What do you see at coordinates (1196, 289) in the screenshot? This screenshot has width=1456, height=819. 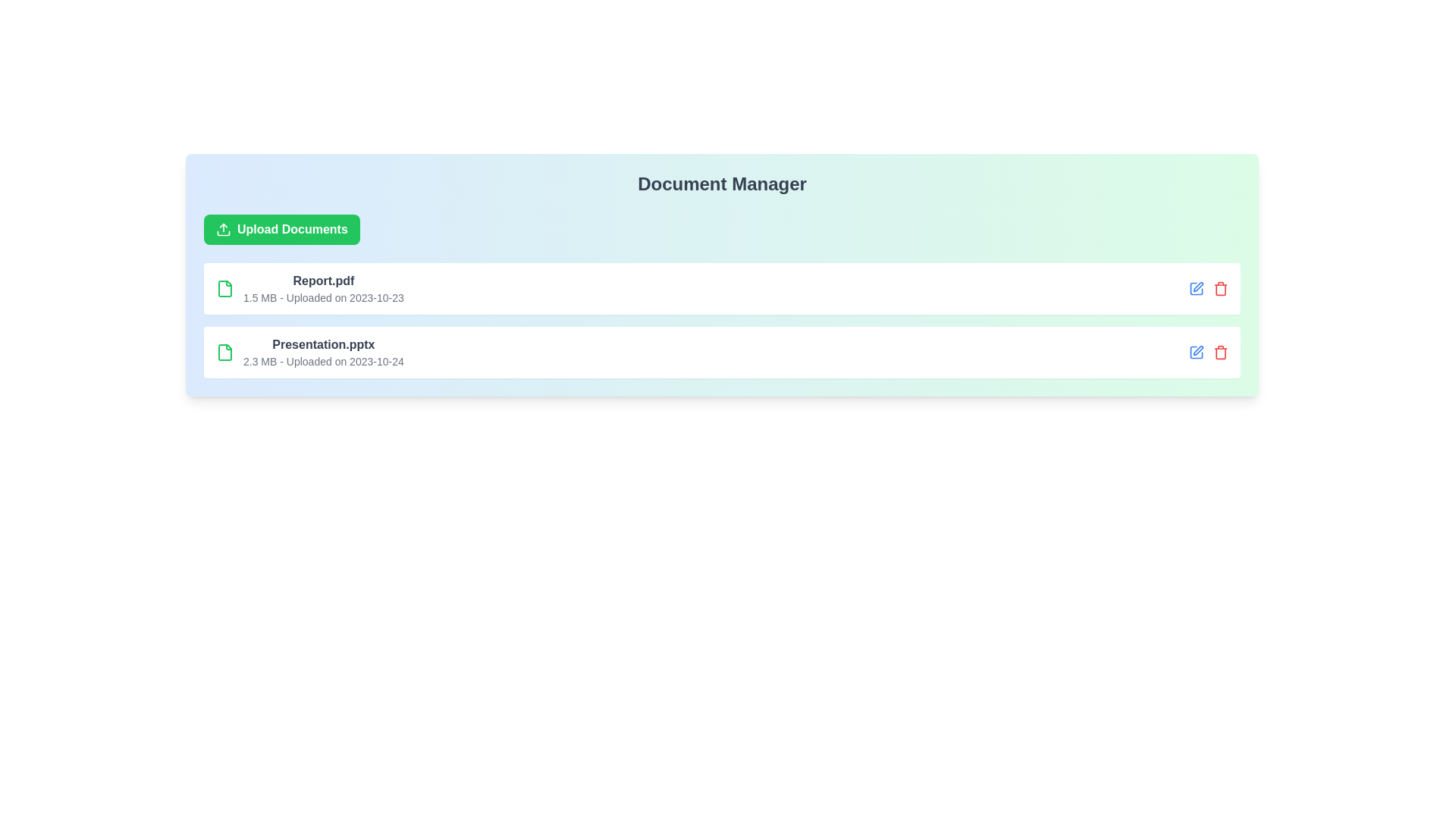 I see `the rectangular vector graphic with rounded corners that represents an editing icon, located within an SVG file to the right of 'Presentation.pptx'` at bounding box center [1196, 289].